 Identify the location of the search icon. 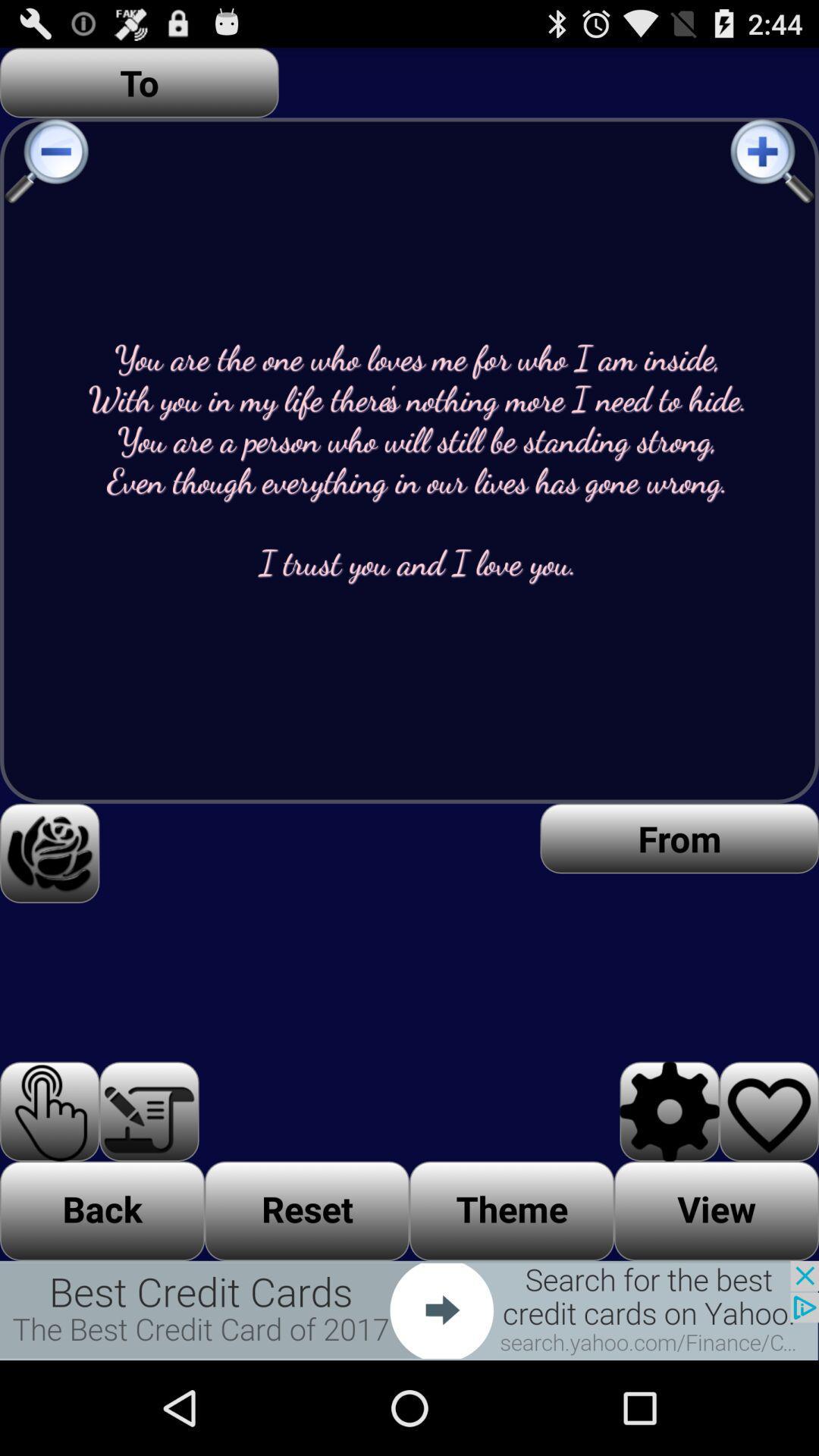
(773, 174).